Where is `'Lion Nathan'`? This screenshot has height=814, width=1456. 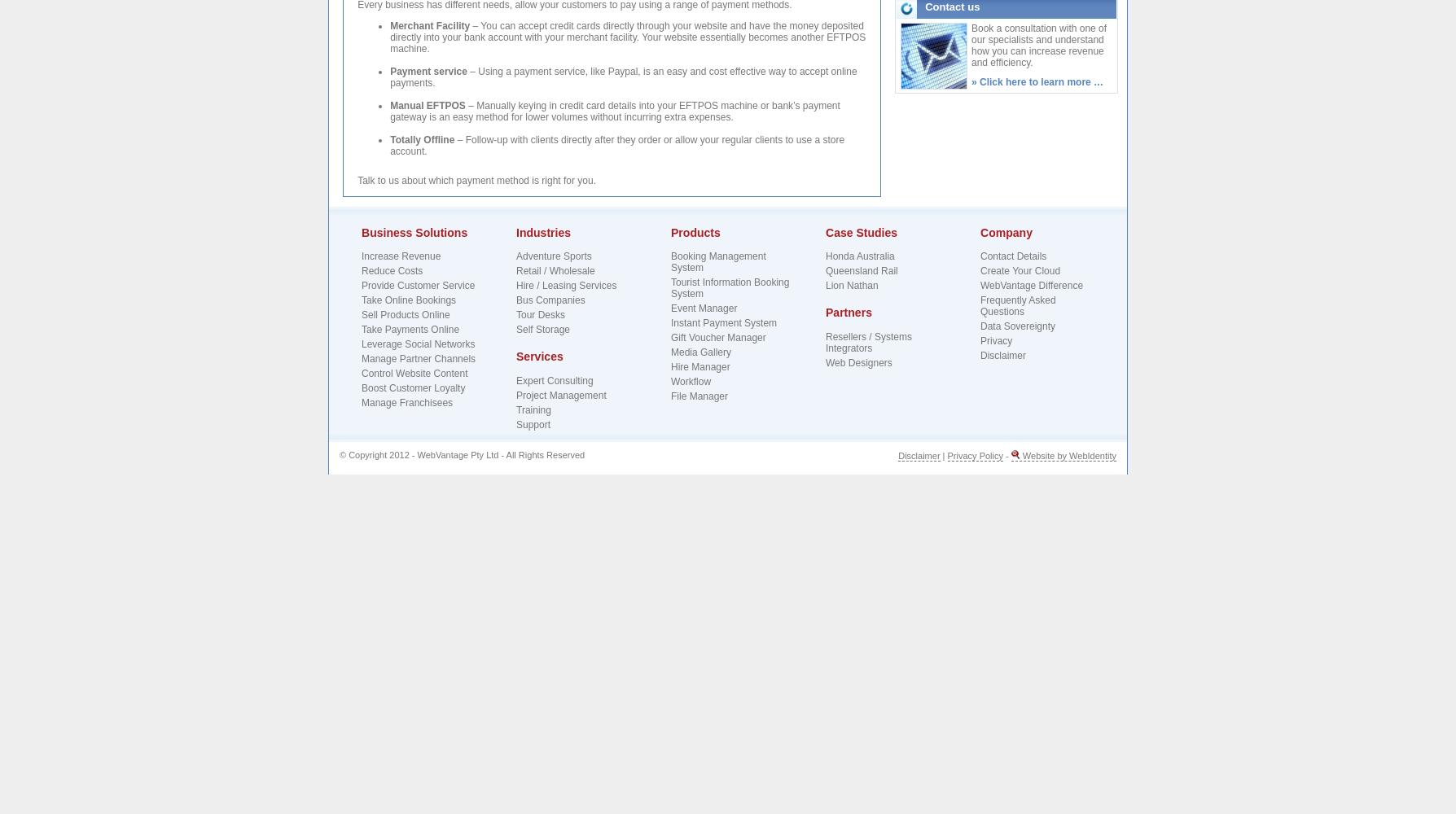
'Lion Nathan' is located at coordinates (825, 285).